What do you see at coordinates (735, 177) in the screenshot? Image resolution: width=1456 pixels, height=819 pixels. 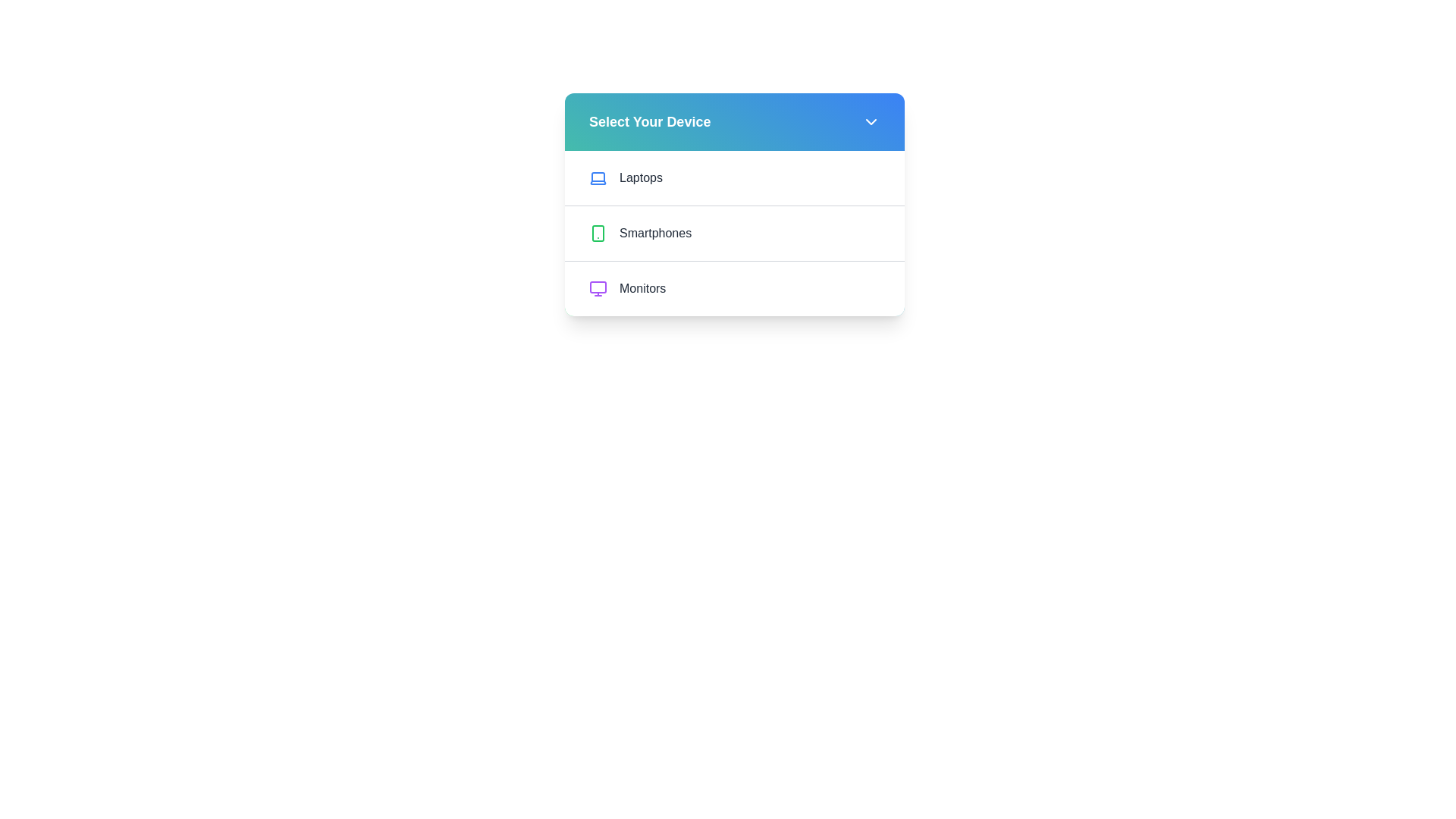 I see `the device option Laptops from the dropdown menu` at bounding box center [735, 177].